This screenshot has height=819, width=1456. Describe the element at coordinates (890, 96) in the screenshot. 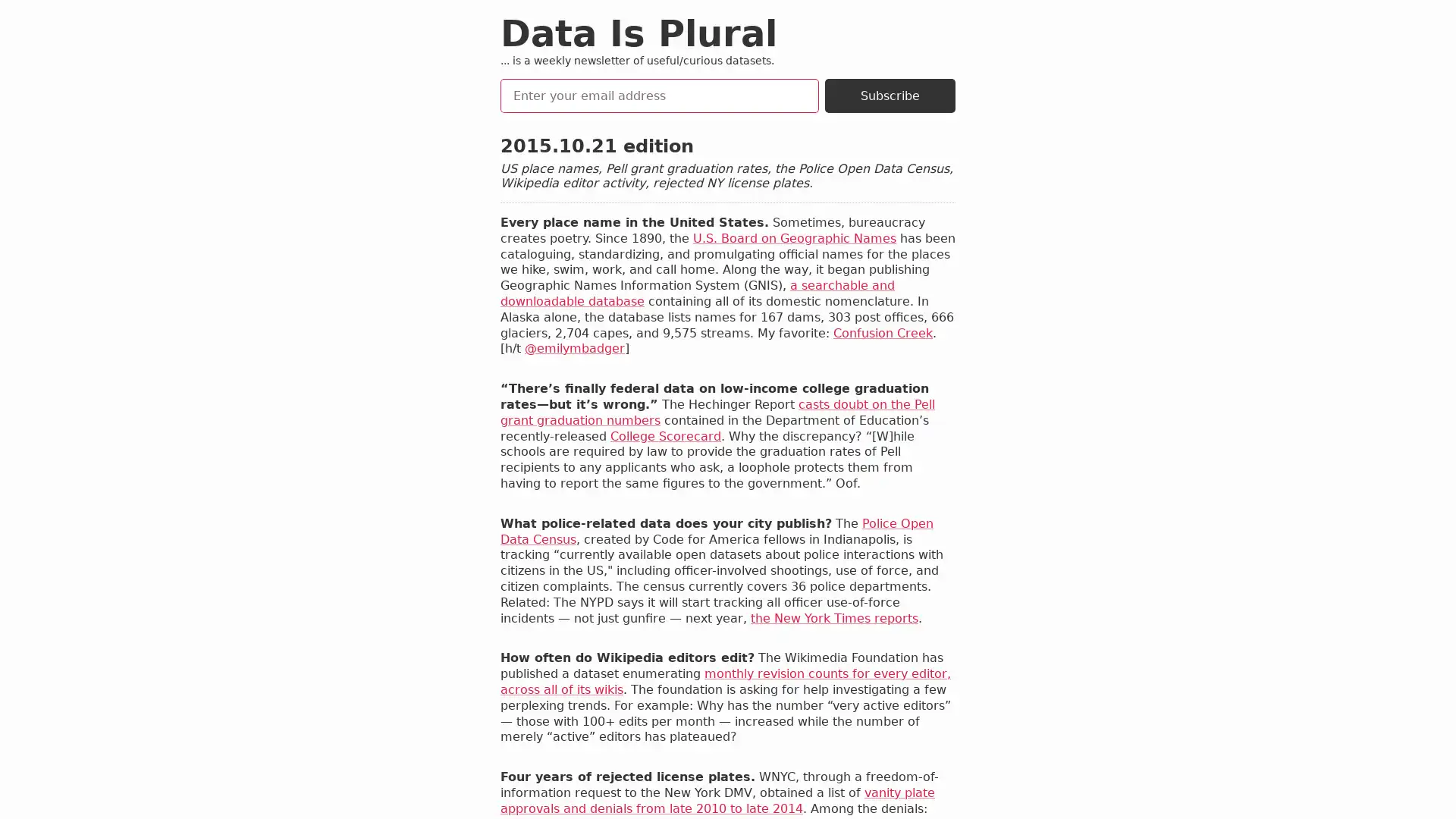

I see `Subscribe` at that location.